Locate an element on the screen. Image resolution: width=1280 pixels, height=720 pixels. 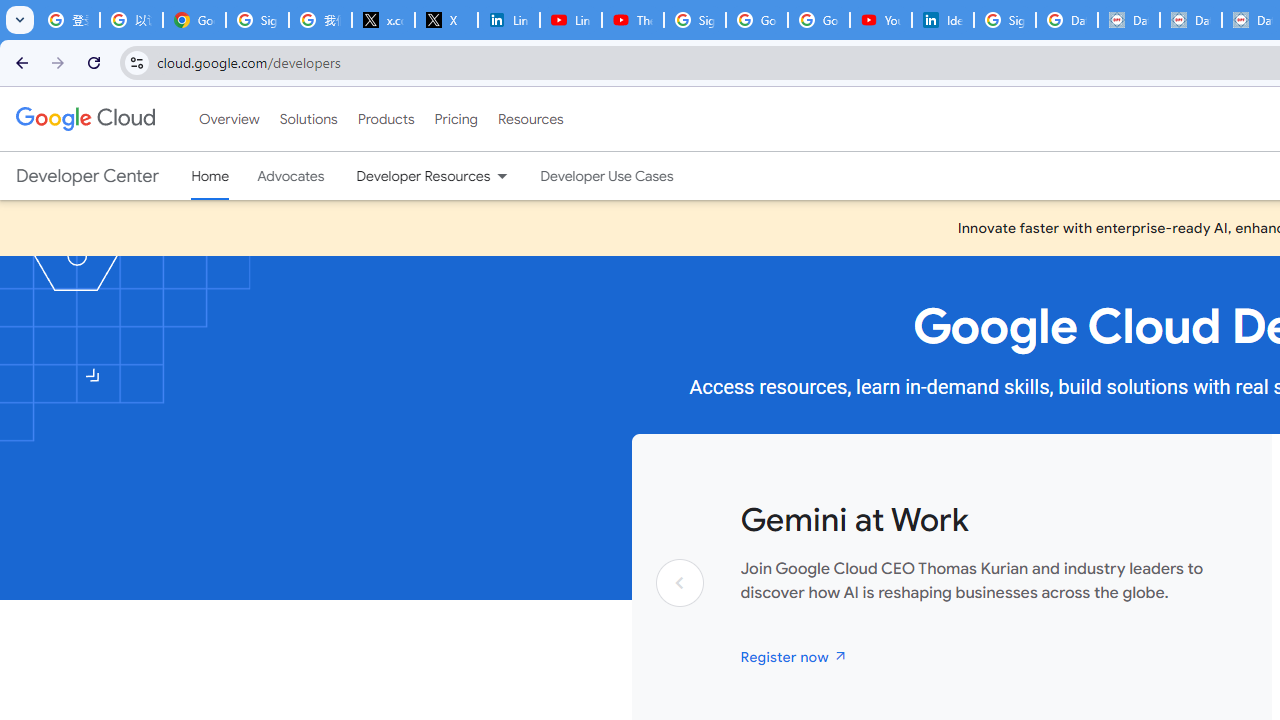
'Resources' is located at coordinates (530, 119).